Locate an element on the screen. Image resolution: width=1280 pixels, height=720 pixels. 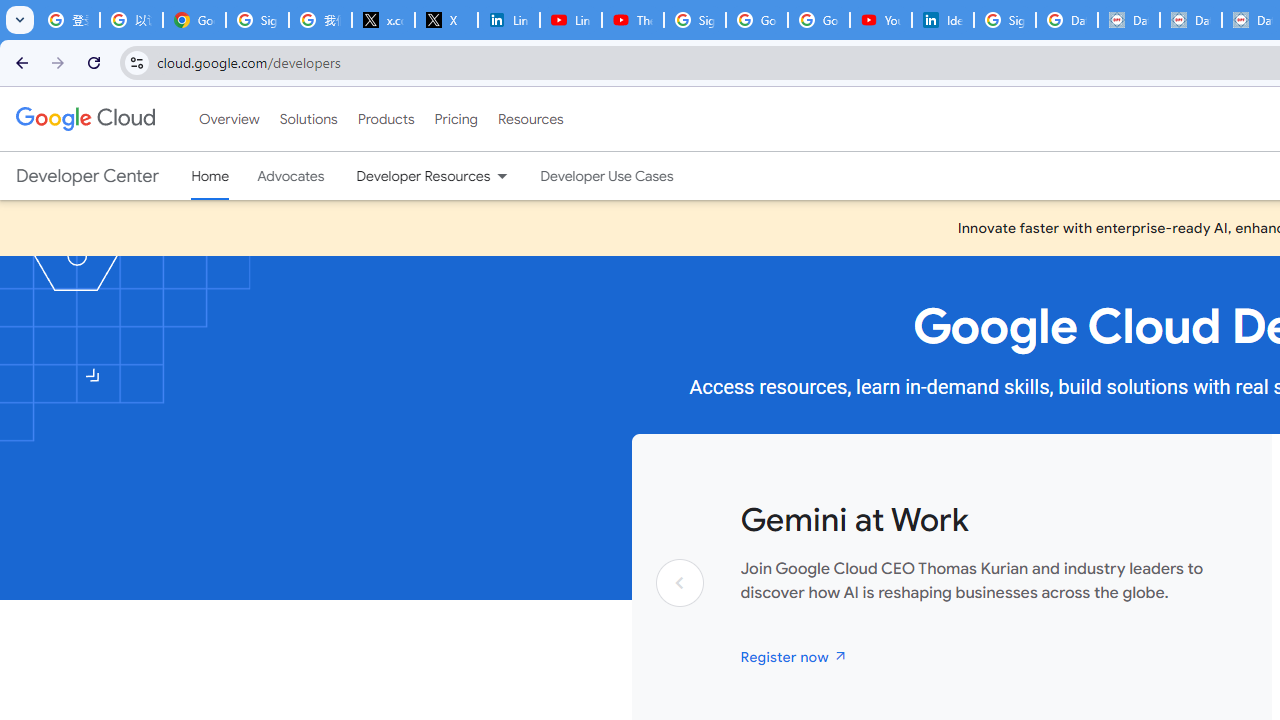
'Resources' is located at coordinates (530, 119).